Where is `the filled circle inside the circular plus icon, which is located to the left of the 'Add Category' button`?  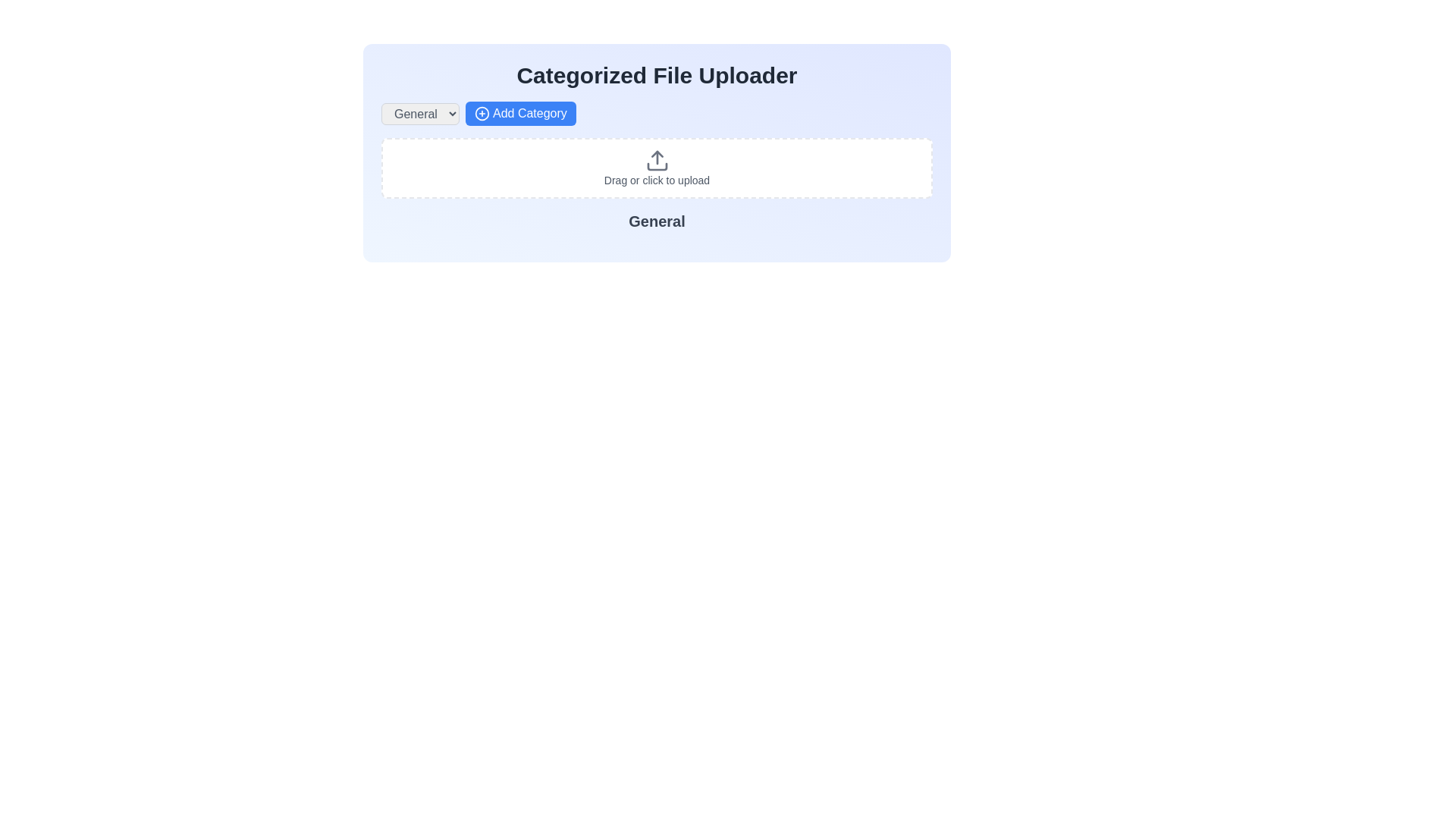 the filled circle inside the circular plus icon, which is located to the left of the 'Add Category' button is located at coordinates (481, 113).